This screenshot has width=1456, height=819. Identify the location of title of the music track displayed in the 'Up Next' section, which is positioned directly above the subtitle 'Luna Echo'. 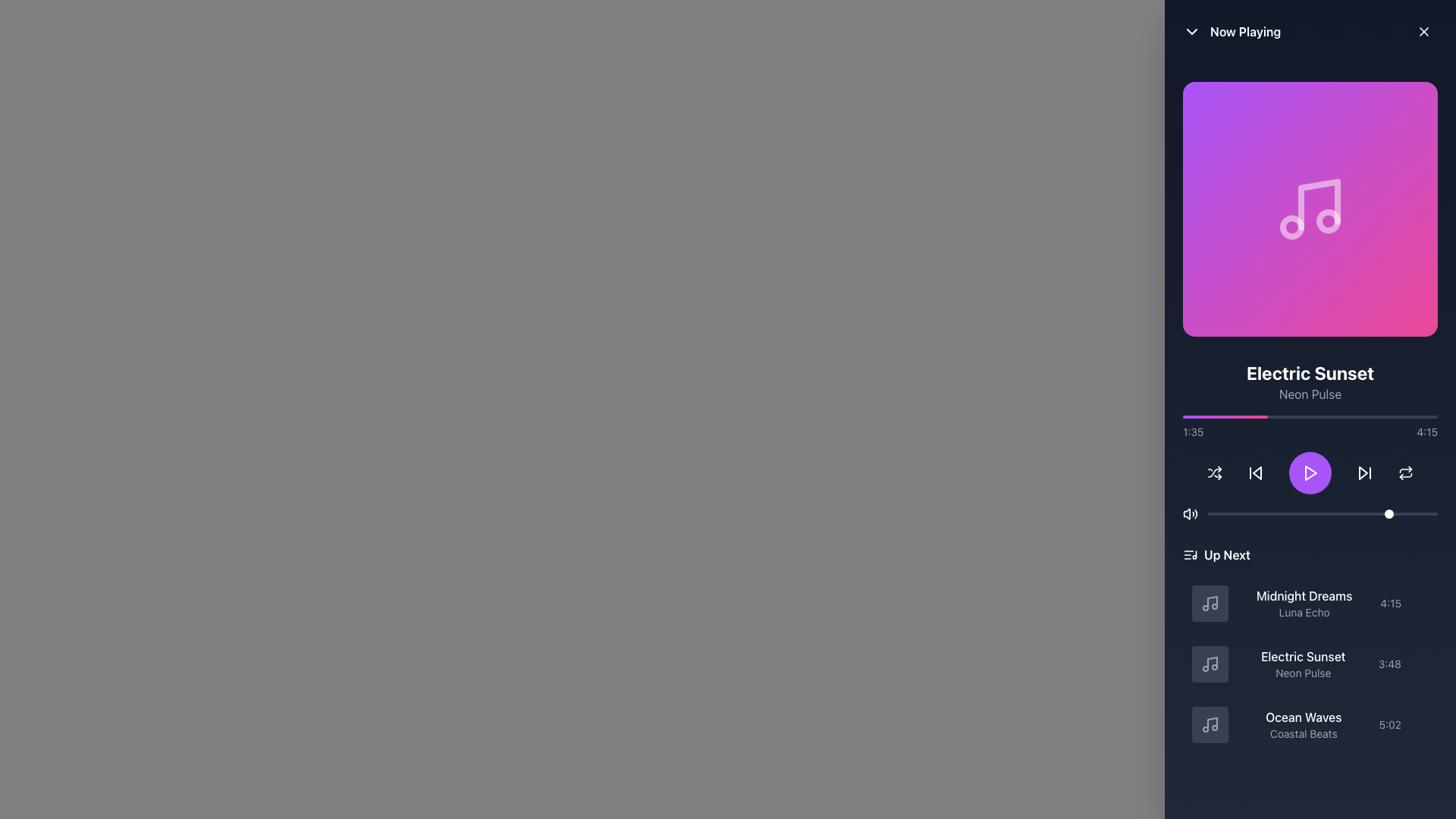
(1304, 595).